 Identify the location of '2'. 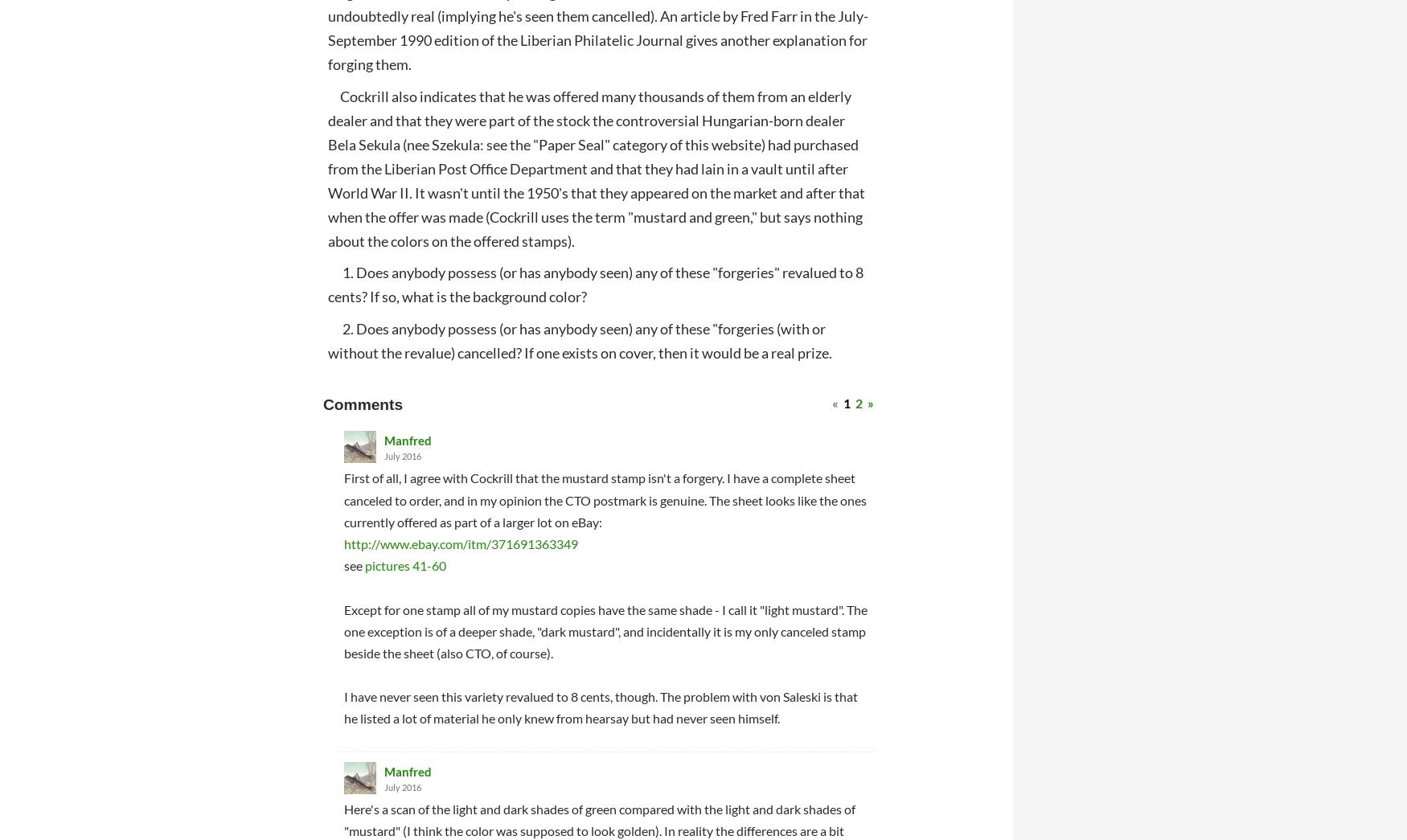
(859, 402).